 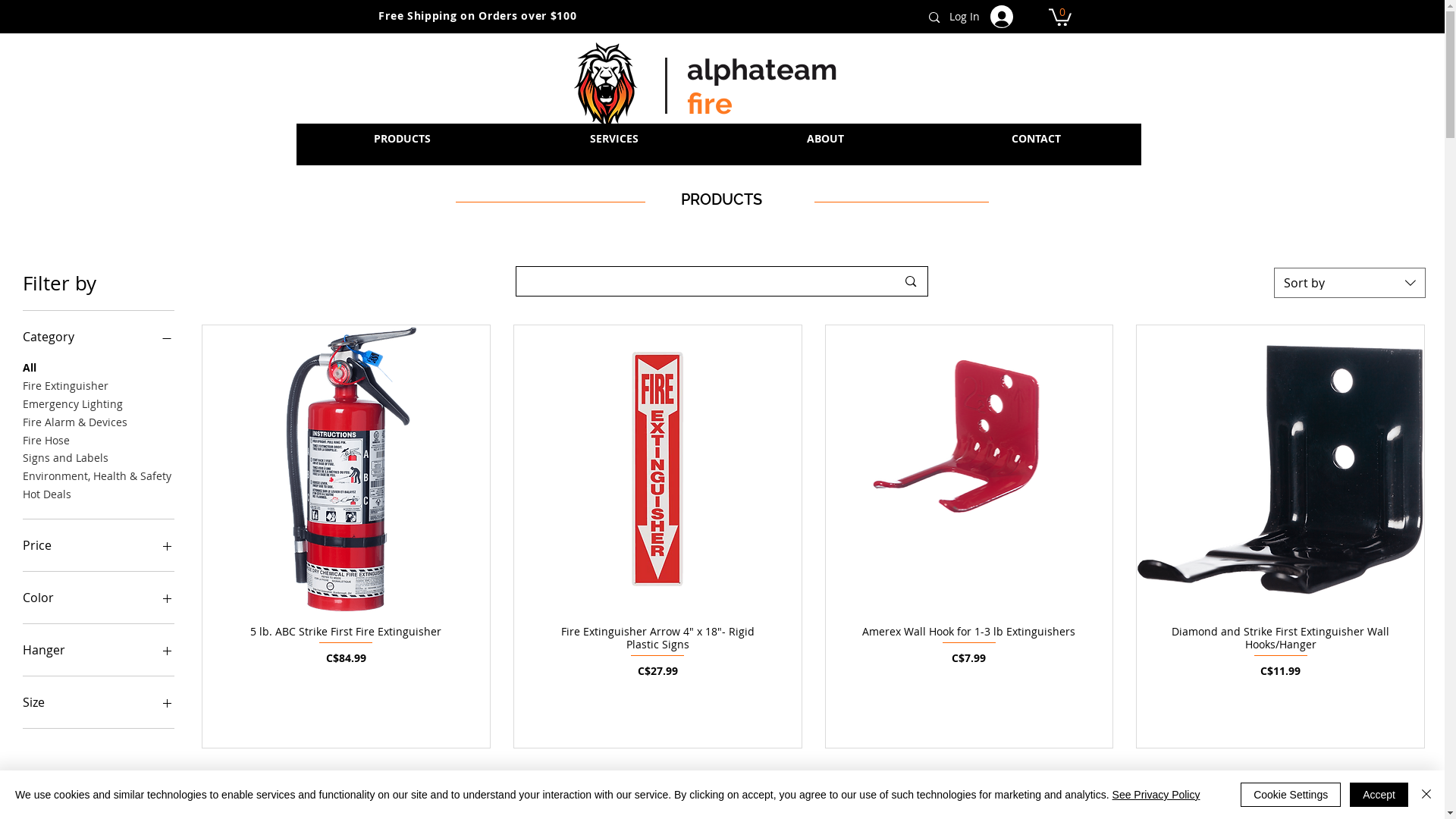 What do you see at coordinates (97, 596) in the screenshot?
I see `'Color'` at bounding box center [97, 596].